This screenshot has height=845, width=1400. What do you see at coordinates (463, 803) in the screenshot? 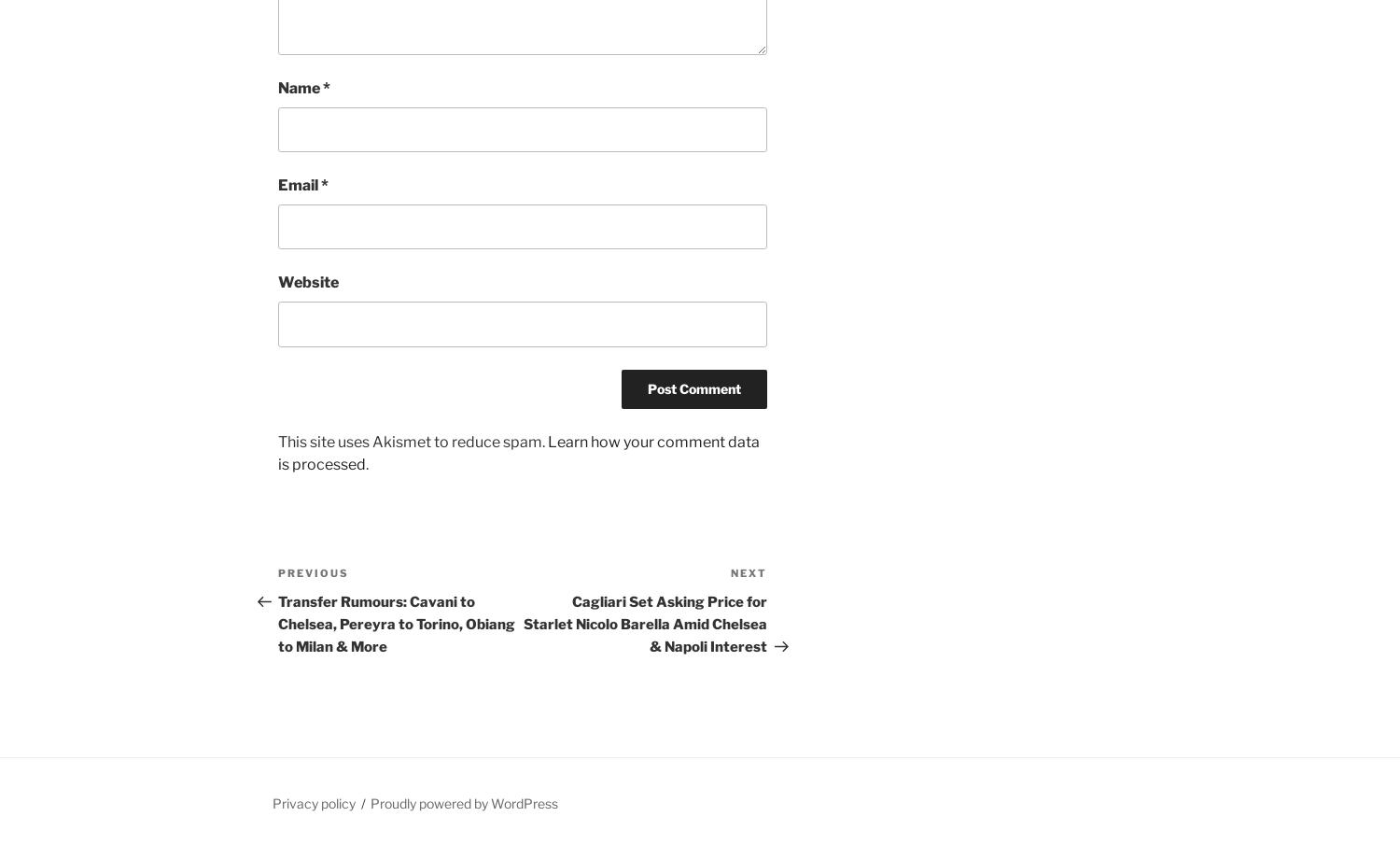
I see `'Proudly powered by WordPress'` at bounding box center [463, 803].